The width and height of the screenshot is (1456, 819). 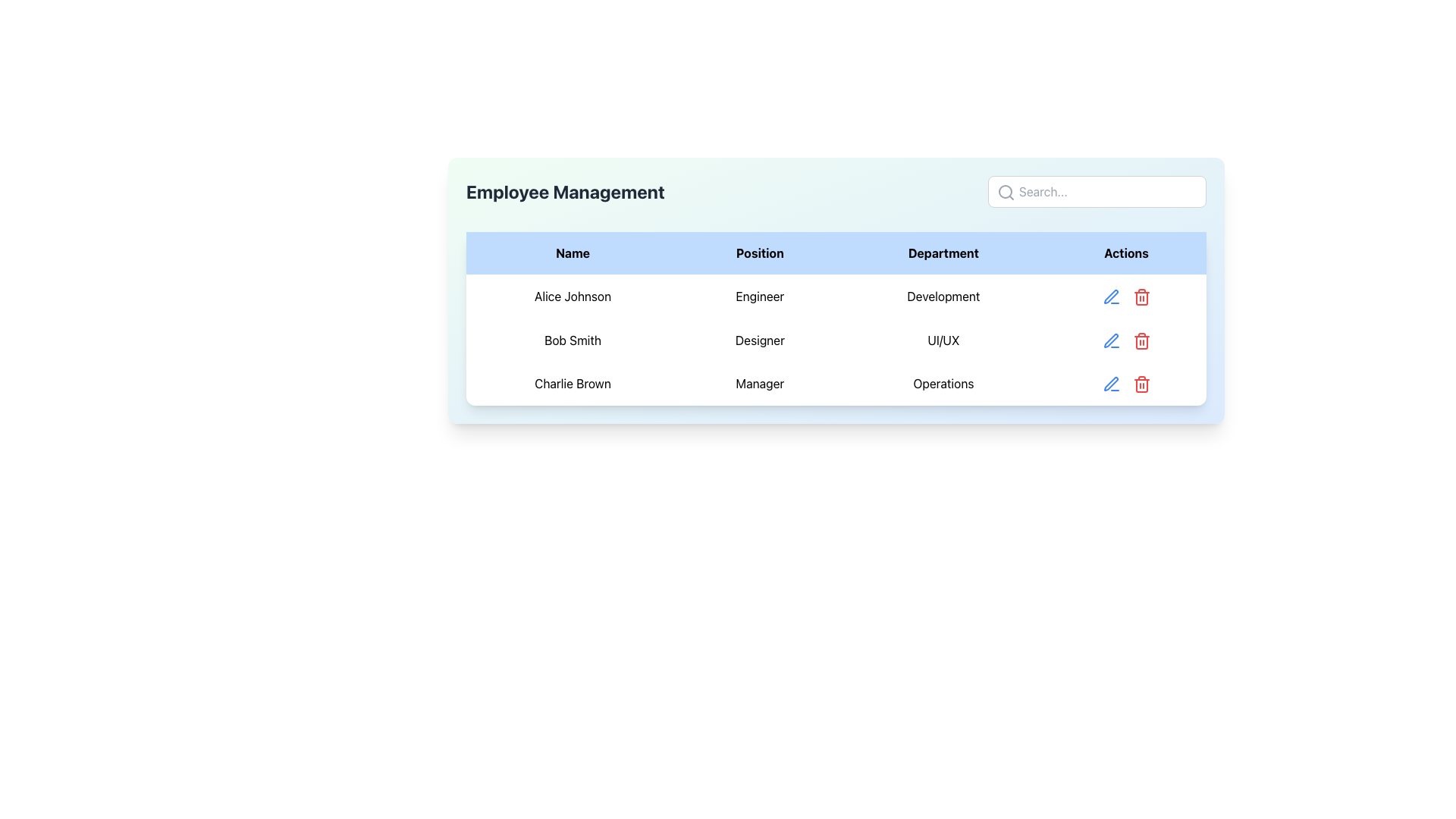 What do you see at coordinates (943, 339) in the screenshot?
I see `department field text (UI/UX) associated with the 'Bob Smith' row in the employee management table, located in the third cell of that row` at bounding box center [943, 339].